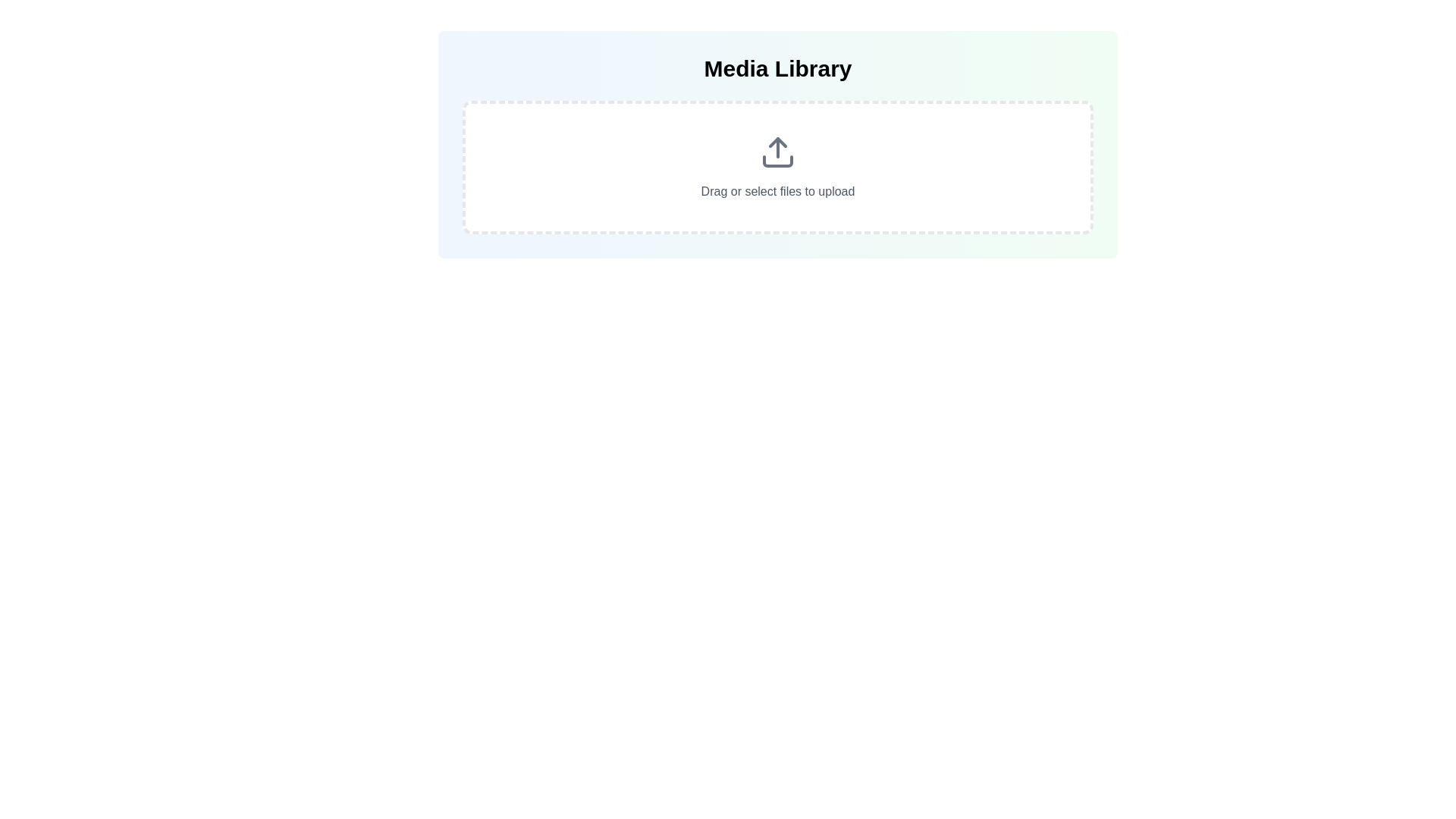 The width and height of the screenshot is (1456, 819). Describe the element at coordinates (778, 167) in the screenshot. I see `and drop files` at that location.